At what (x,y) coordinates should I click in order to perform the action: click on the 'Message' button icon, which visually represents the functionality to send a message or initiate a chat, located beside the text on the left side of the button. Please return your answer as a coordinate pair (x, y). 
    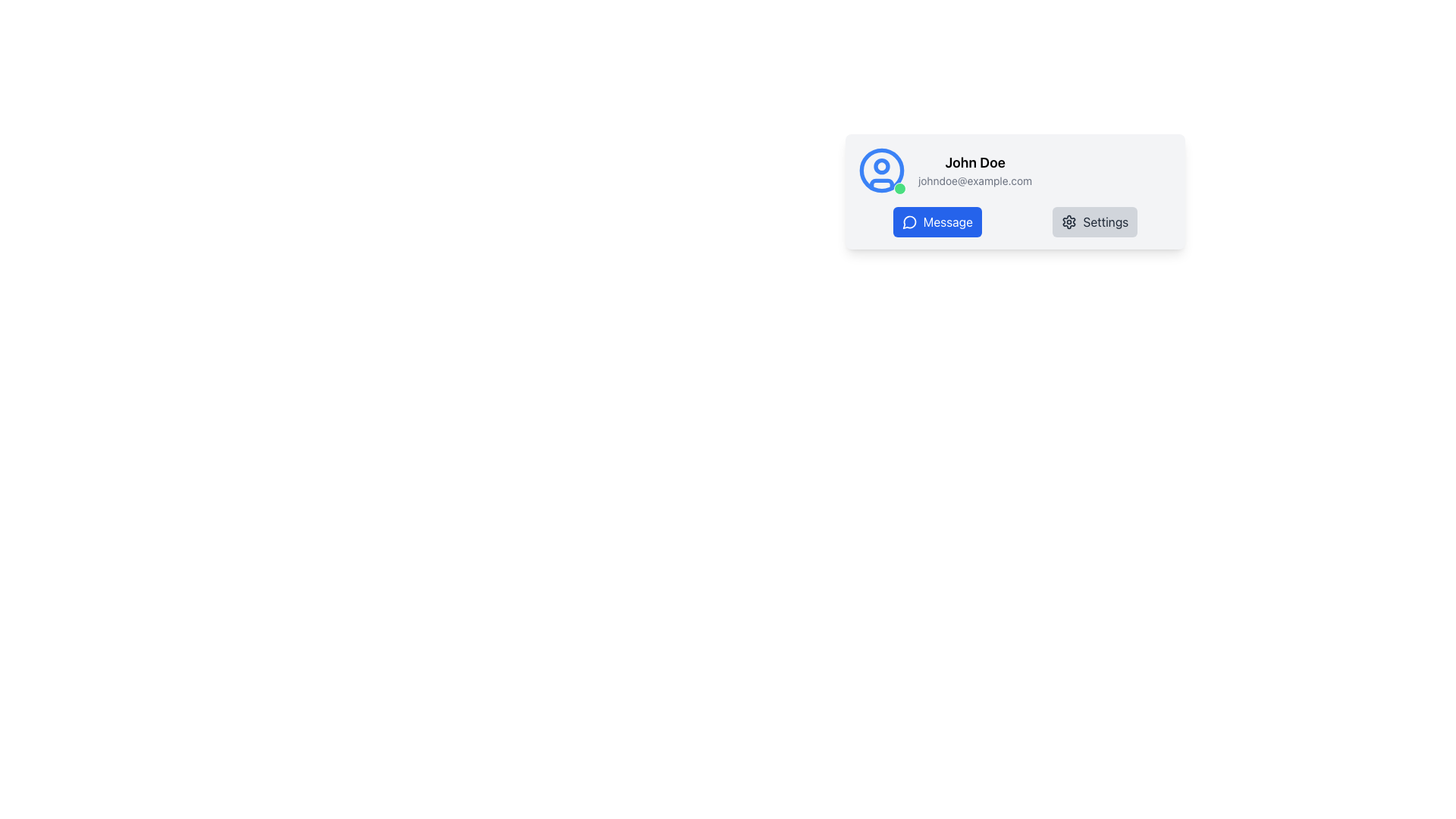
    Looking at the image, I should click on (909, 222).